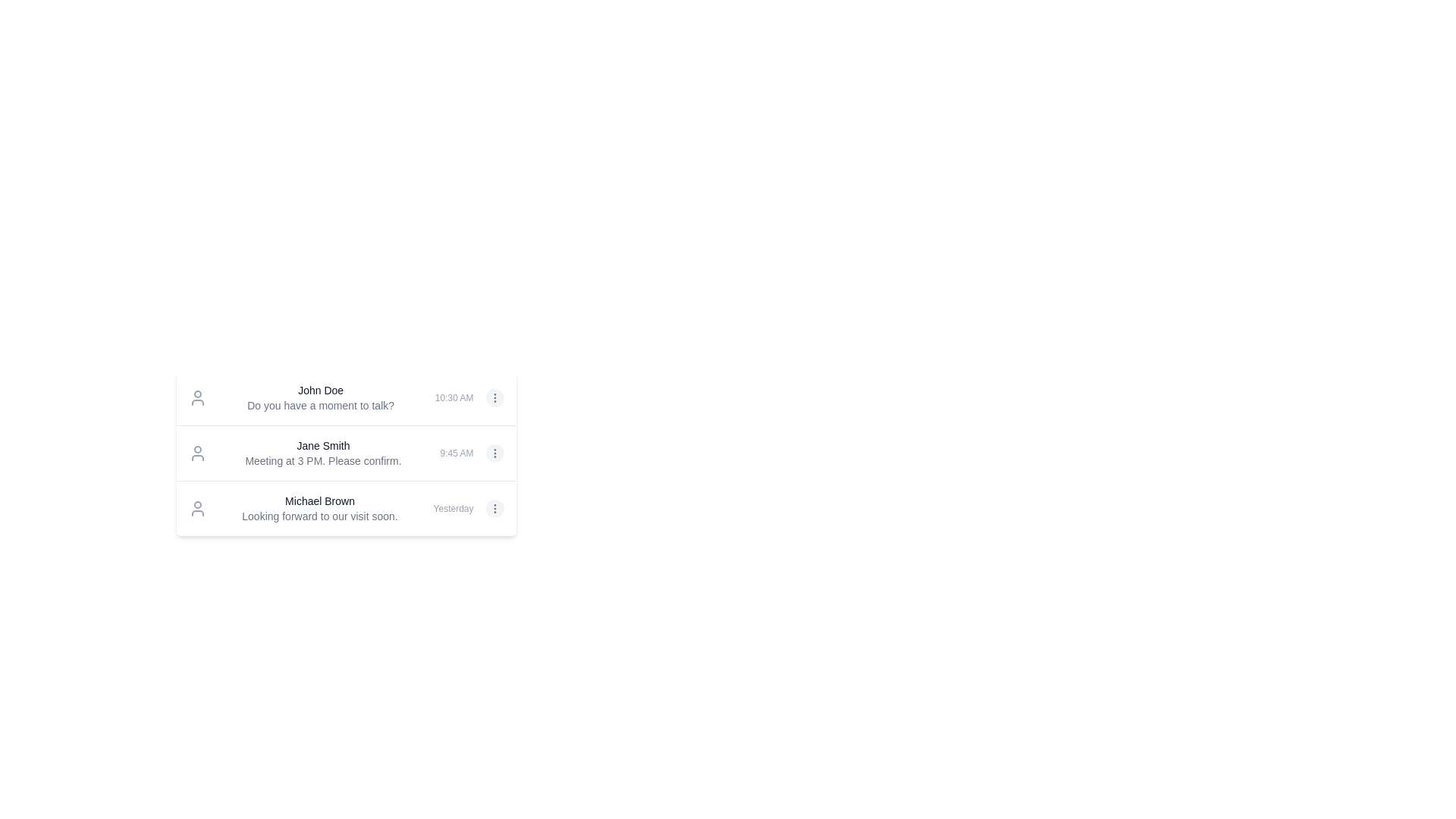 The image size is (1456, 819). What do you see at coordinates (345, 452) in the screenshot?
I see `the second list item containing the profile icon and the text 'Jane Smith'` at bounding box center [345, 452].